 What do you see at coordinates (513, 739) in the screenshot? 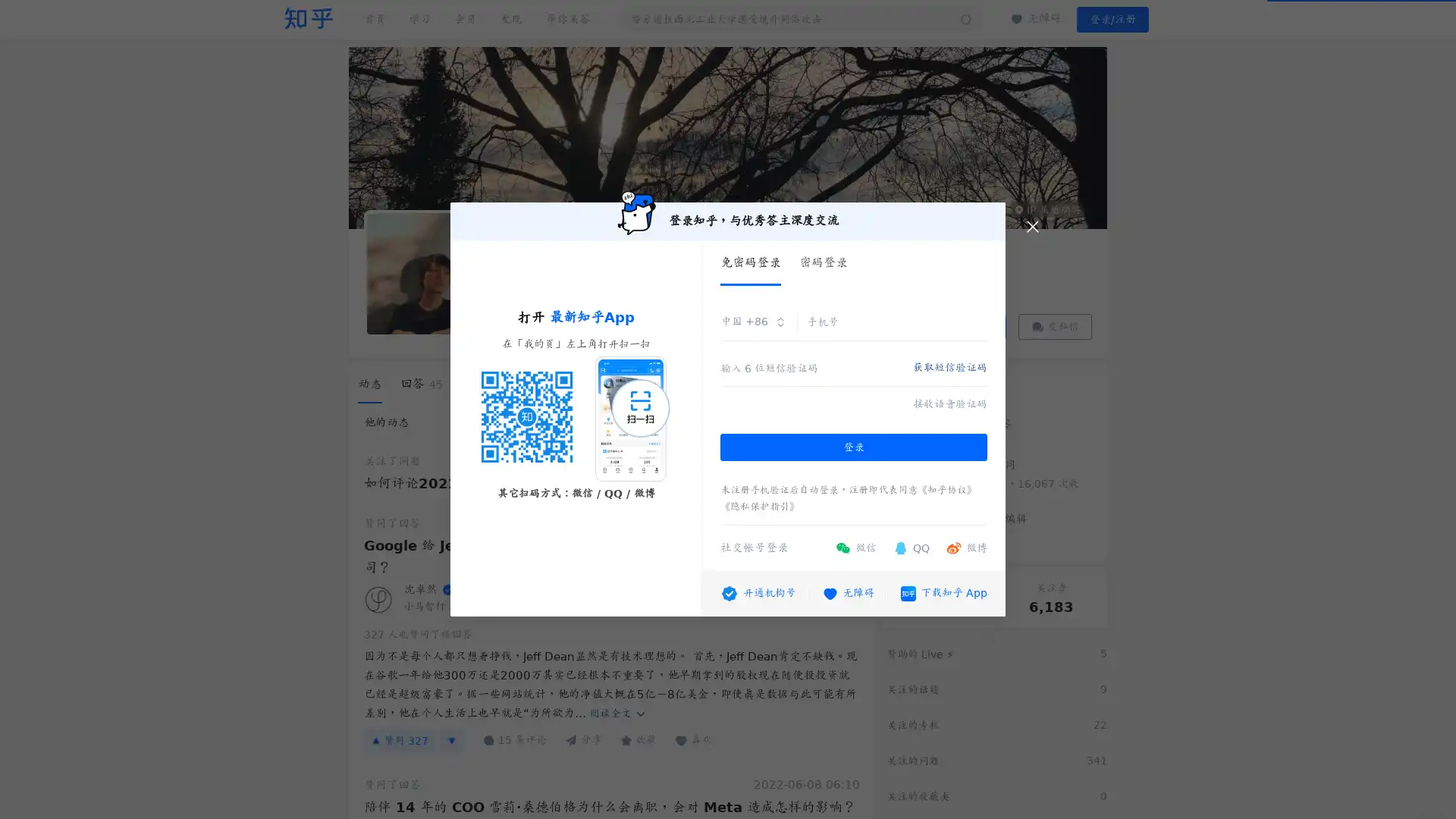
I see `15` at bounding box center [513, 739].